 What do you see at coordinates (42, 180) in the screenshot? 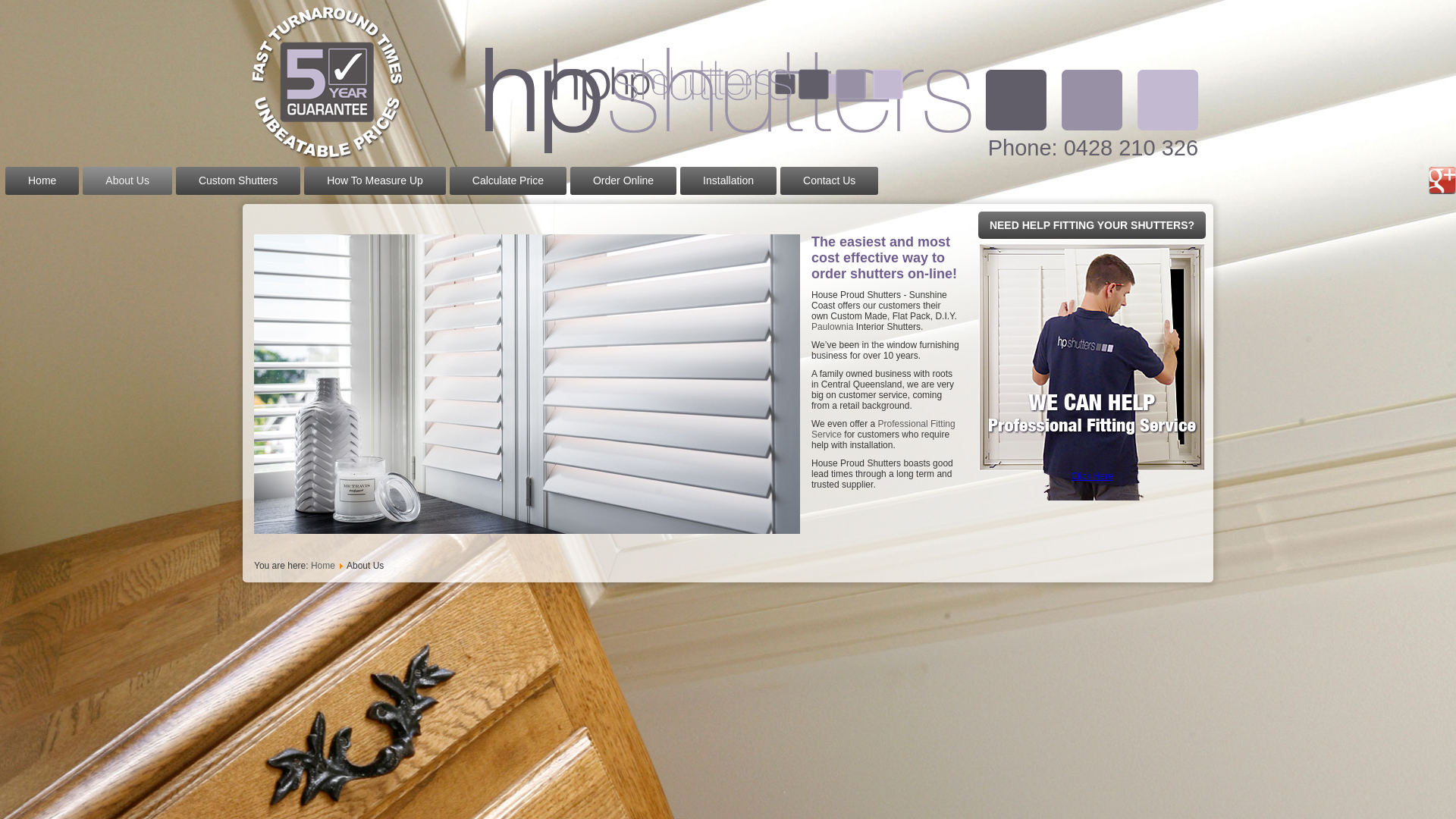
I see `'Home'` at bounding box center [42, 180].